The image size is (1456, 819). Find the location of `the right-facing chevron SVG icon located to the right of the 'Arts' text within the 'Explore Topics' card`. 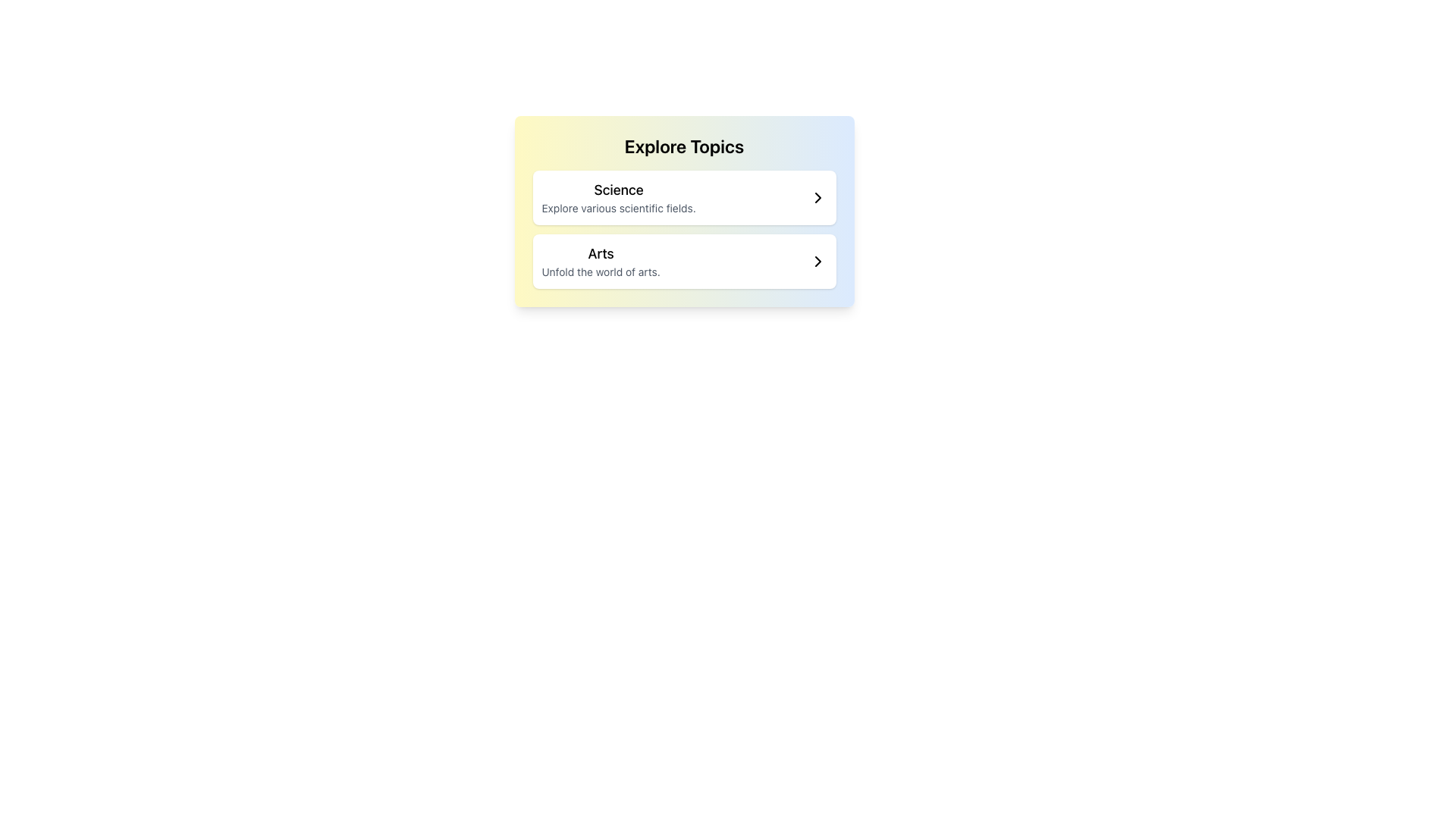

the right-facing chevron SVG icon located to the right of the 'Arts' text within the 'Explore Topics' card is located at coordinates (817, 260).